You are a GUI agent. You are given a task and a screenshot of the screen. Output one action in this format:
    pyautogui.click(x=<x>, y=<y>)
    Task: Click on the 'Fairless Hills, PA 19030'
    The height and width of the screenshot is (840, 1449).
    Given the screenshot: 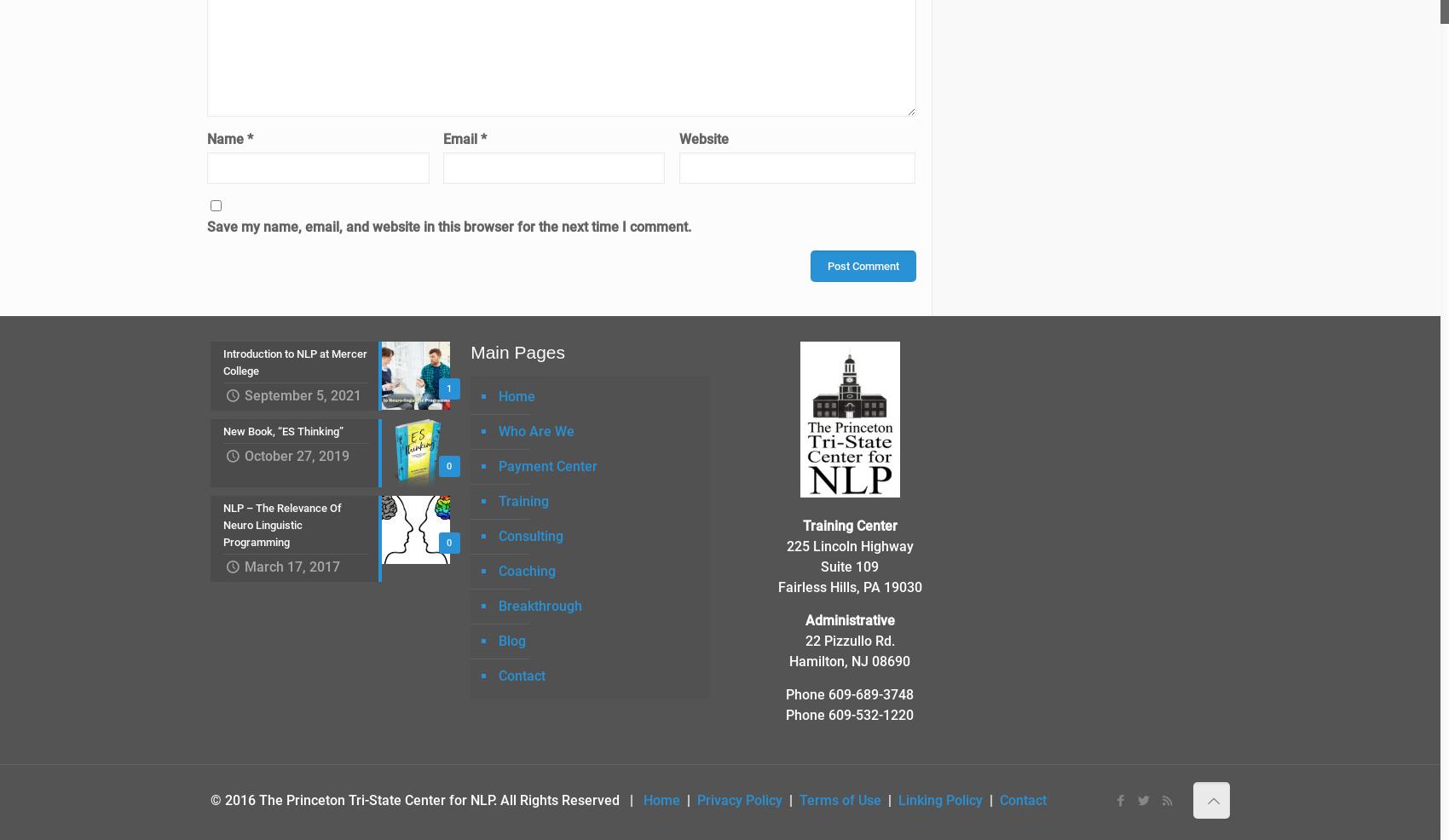 What is the action you would take?
    pyautogui.click(x=848, y=585)
    